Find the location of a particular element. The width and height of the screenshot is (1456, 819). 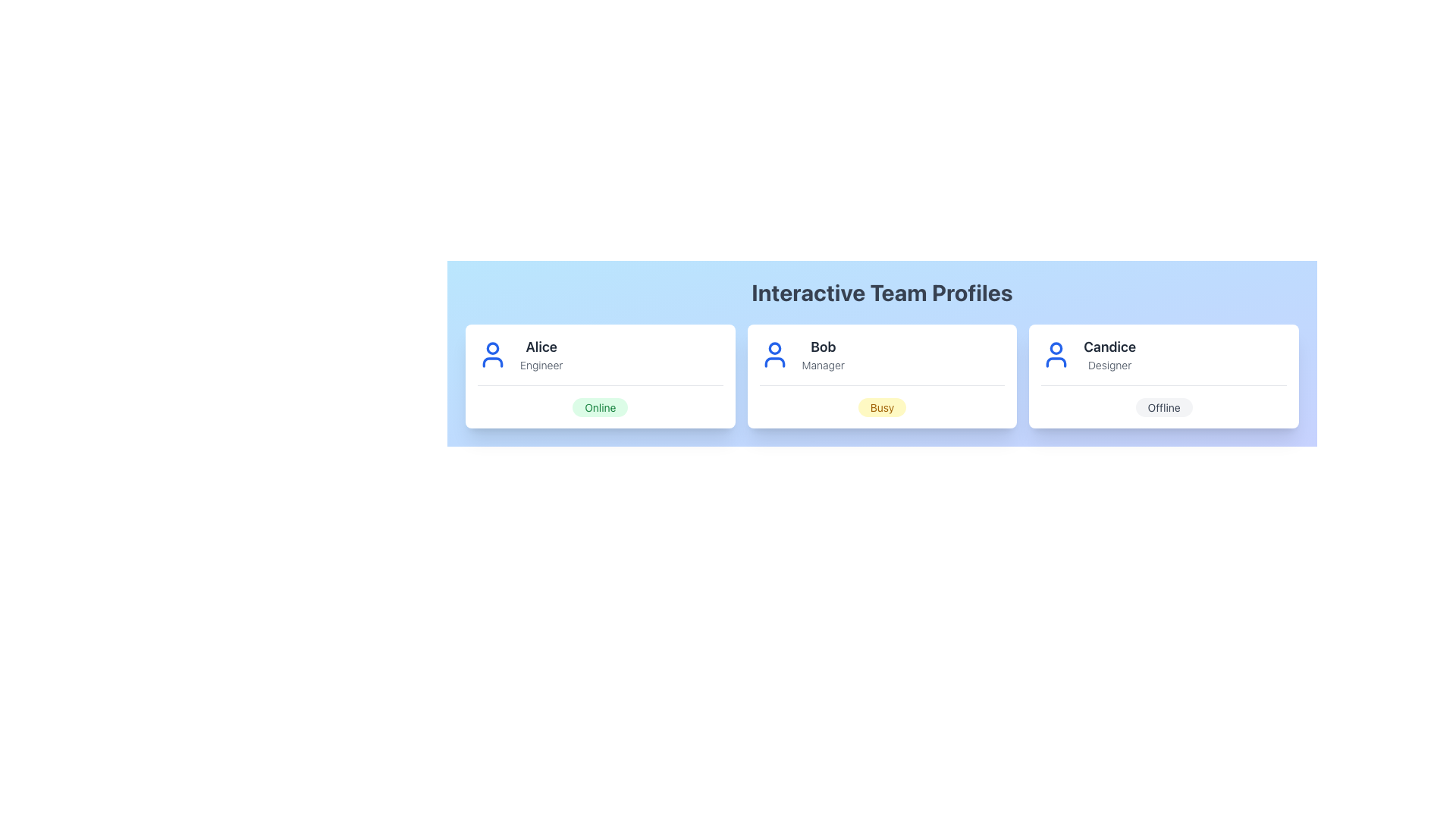

name displayed on the static text label showing 'Bob' at the top of the second profile card in a group of three cards is located at coordinates (822, 347).